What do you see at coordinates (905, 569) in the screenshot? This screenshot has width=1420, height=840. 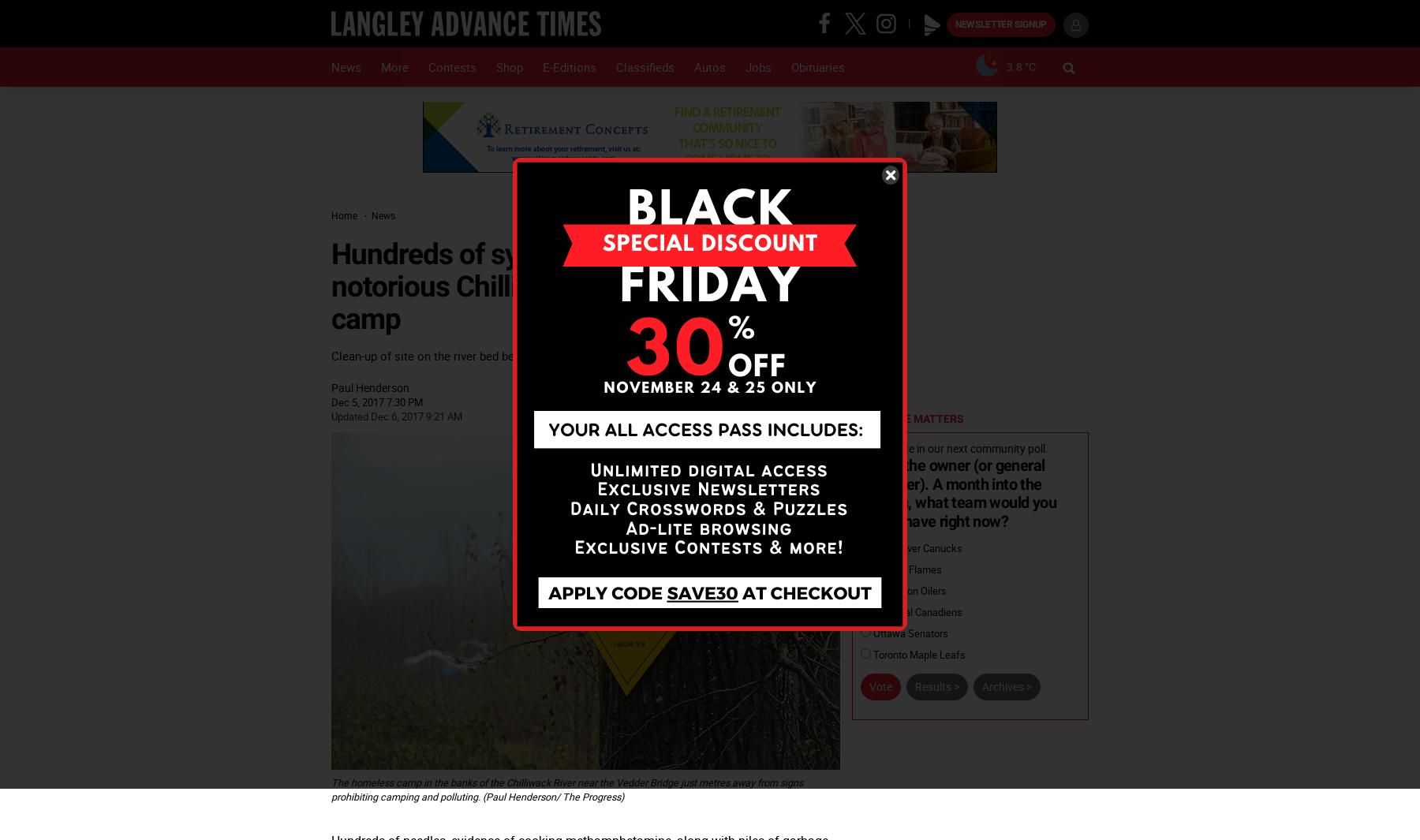 I see `'Calgary Flames'` at bounding box center [905, 569].